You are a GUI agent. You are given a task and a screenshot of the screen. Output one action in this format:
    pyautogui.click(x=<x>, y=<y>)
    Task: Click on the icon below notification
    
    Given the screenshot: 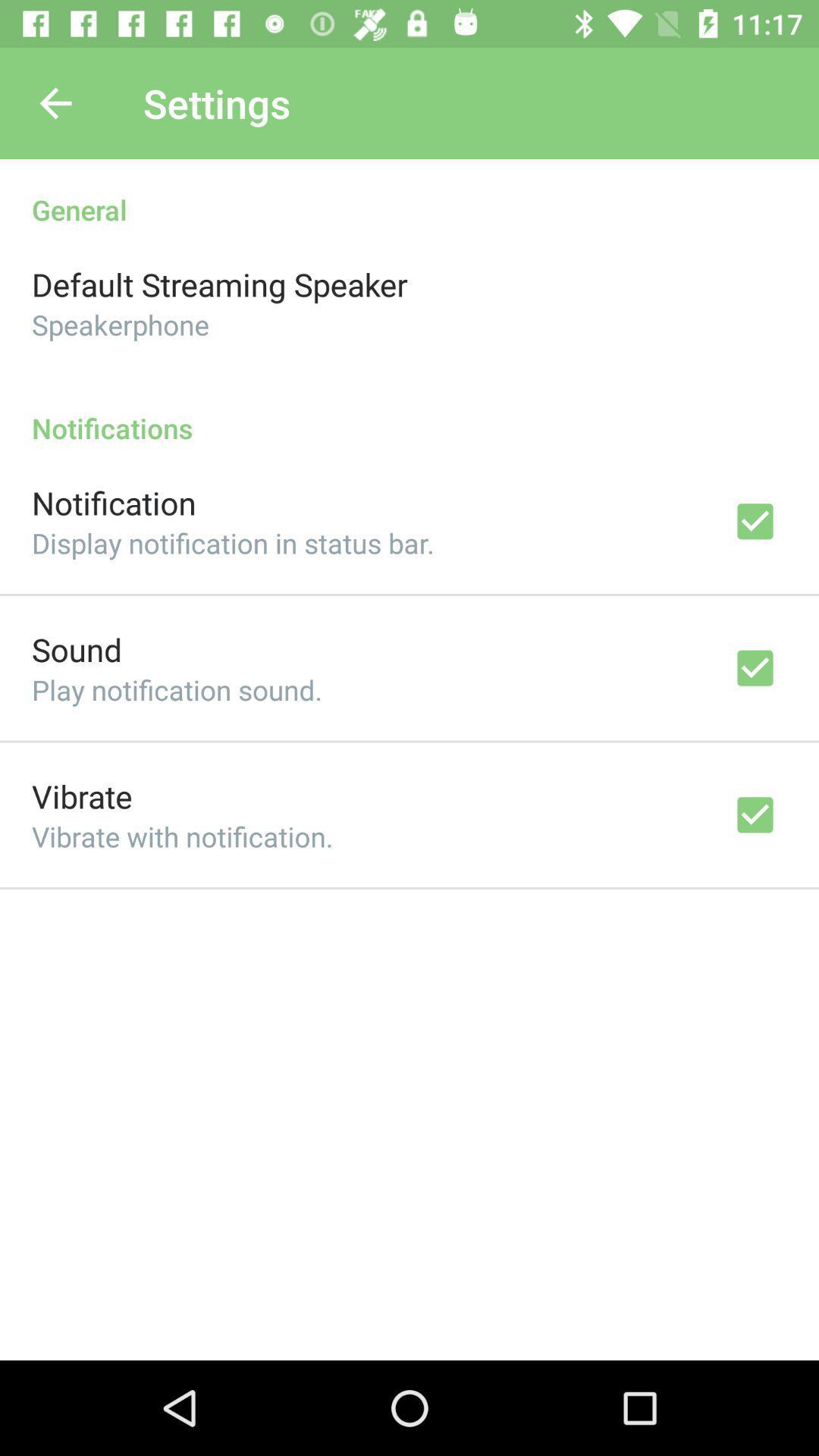 What is the action you would take?
    pyautogui.click(x=233, y=543)
    